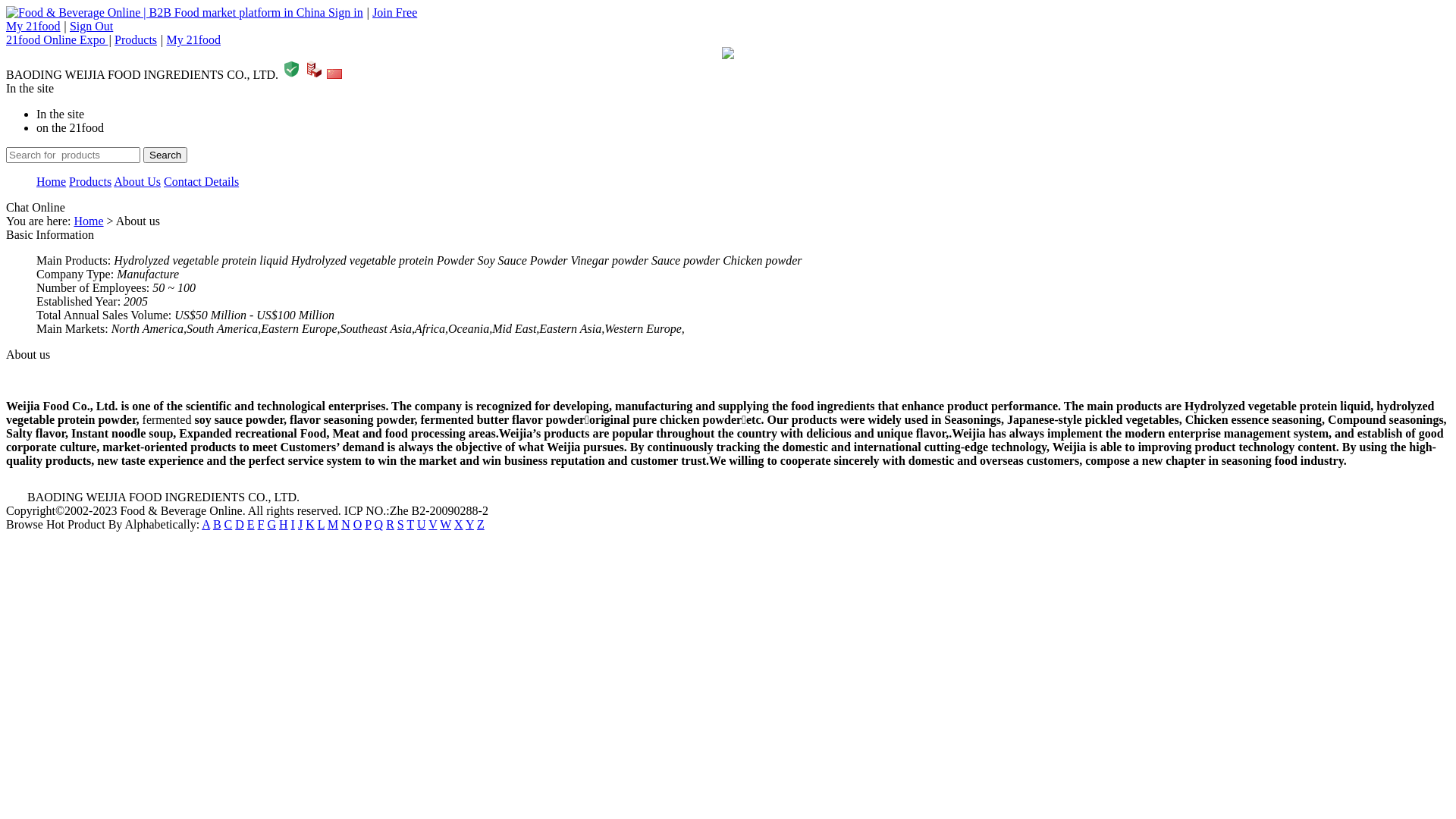  What do you see at coordinates (469, 523) in the screenshot?
I see `'Y'` at bounding box center [469, 523].